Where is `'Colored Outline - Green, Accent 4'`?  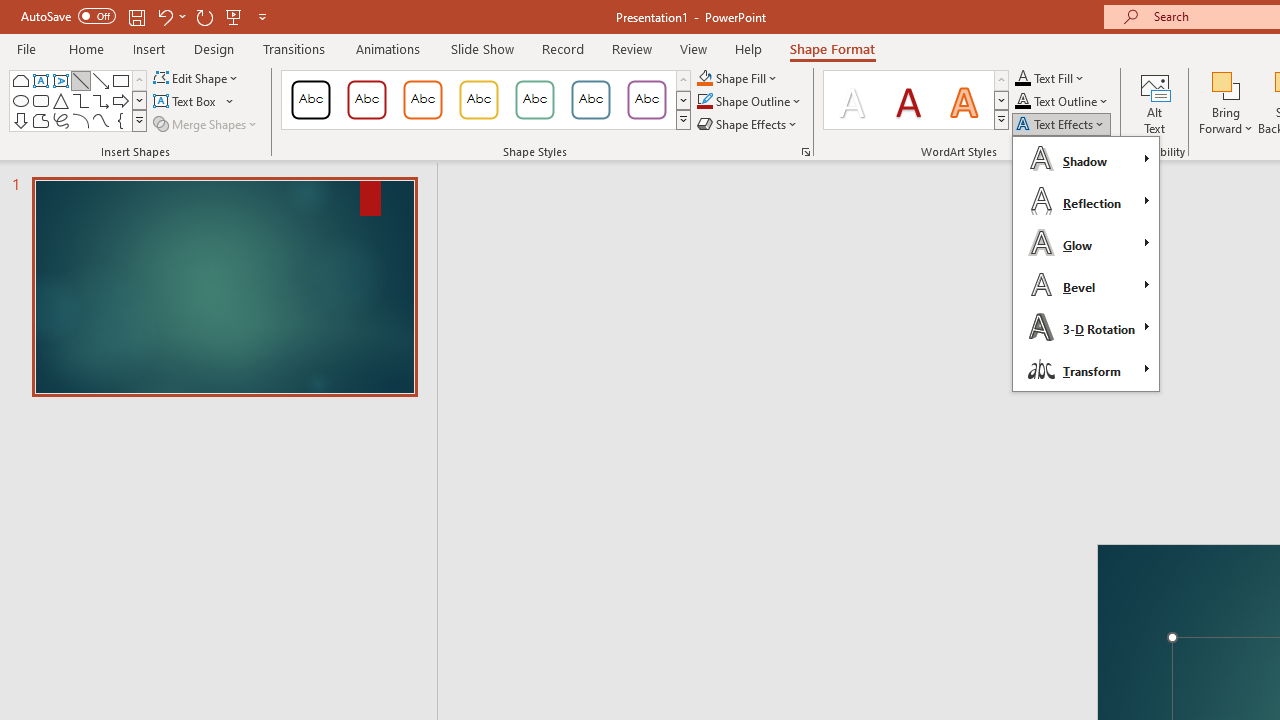 'Colored Outline - Green, Accent 4' is located at coordinates (535, 100).